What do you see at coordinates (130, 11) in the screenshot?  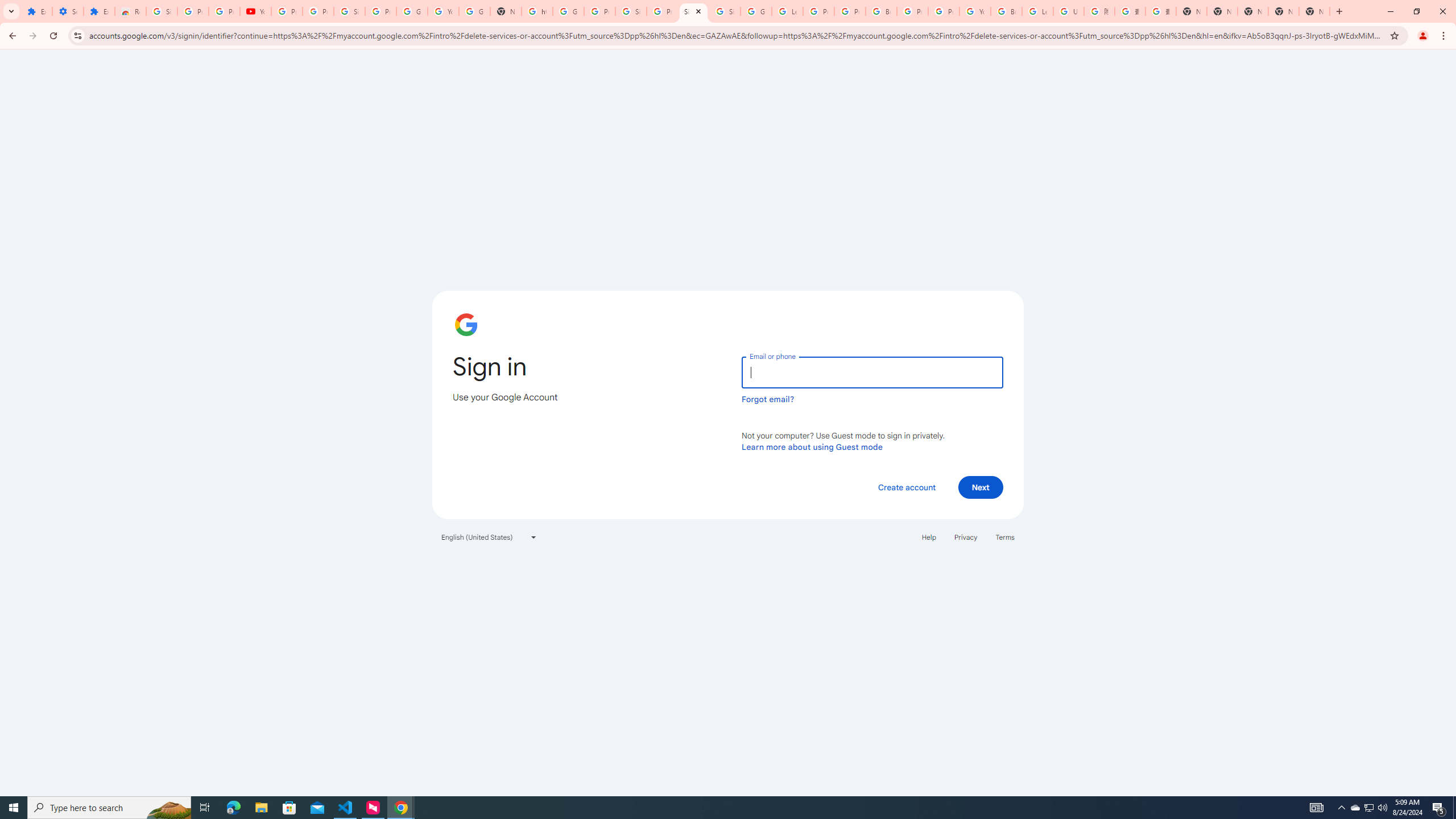 I see `'Reviews: Helix Fruit Jump Arcade Game'` at bounding box center [130, 11].